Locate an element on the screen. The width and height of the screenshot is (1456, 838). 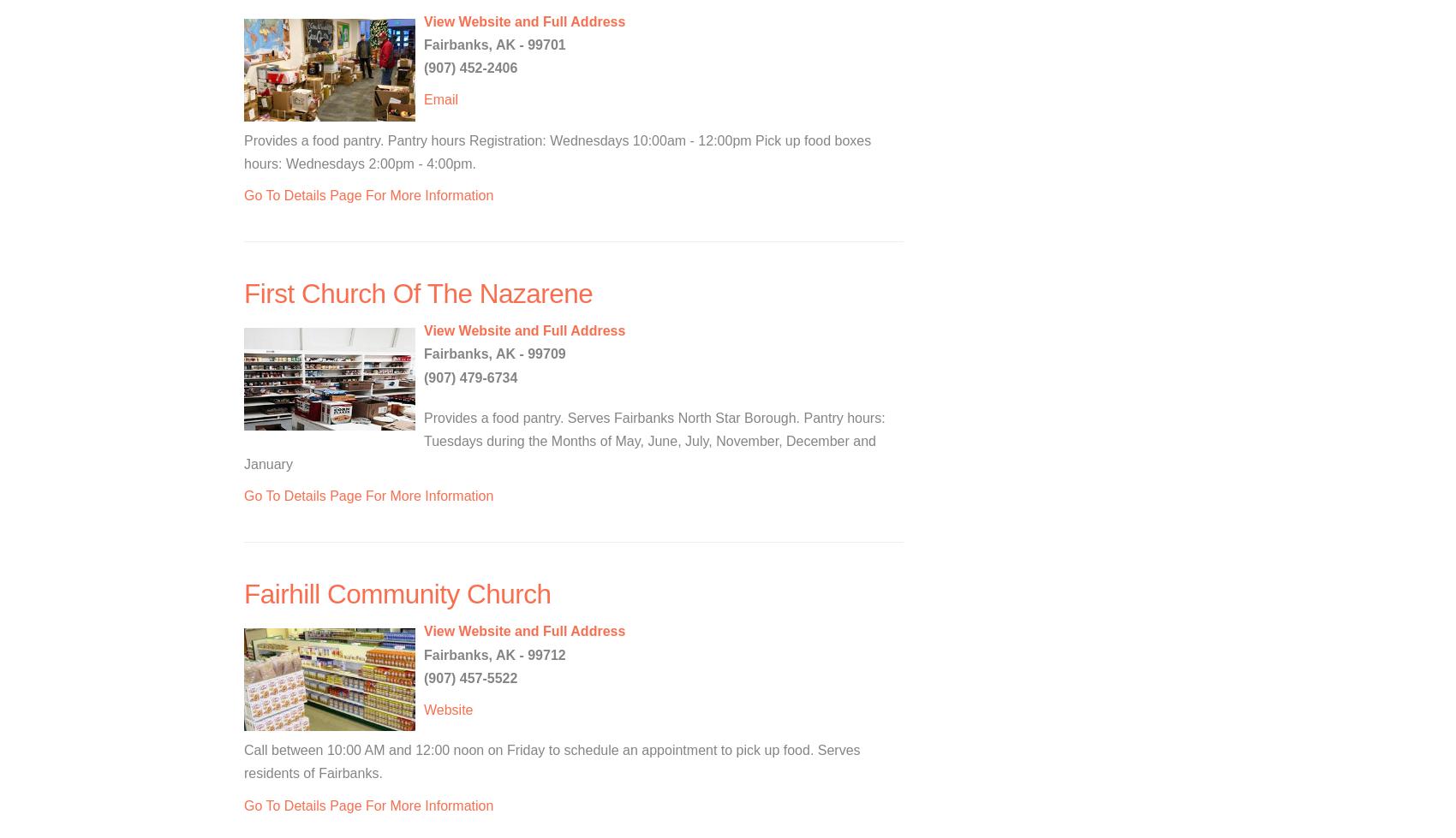
'(907) 457-5522' is located at coordinates (469, 676).